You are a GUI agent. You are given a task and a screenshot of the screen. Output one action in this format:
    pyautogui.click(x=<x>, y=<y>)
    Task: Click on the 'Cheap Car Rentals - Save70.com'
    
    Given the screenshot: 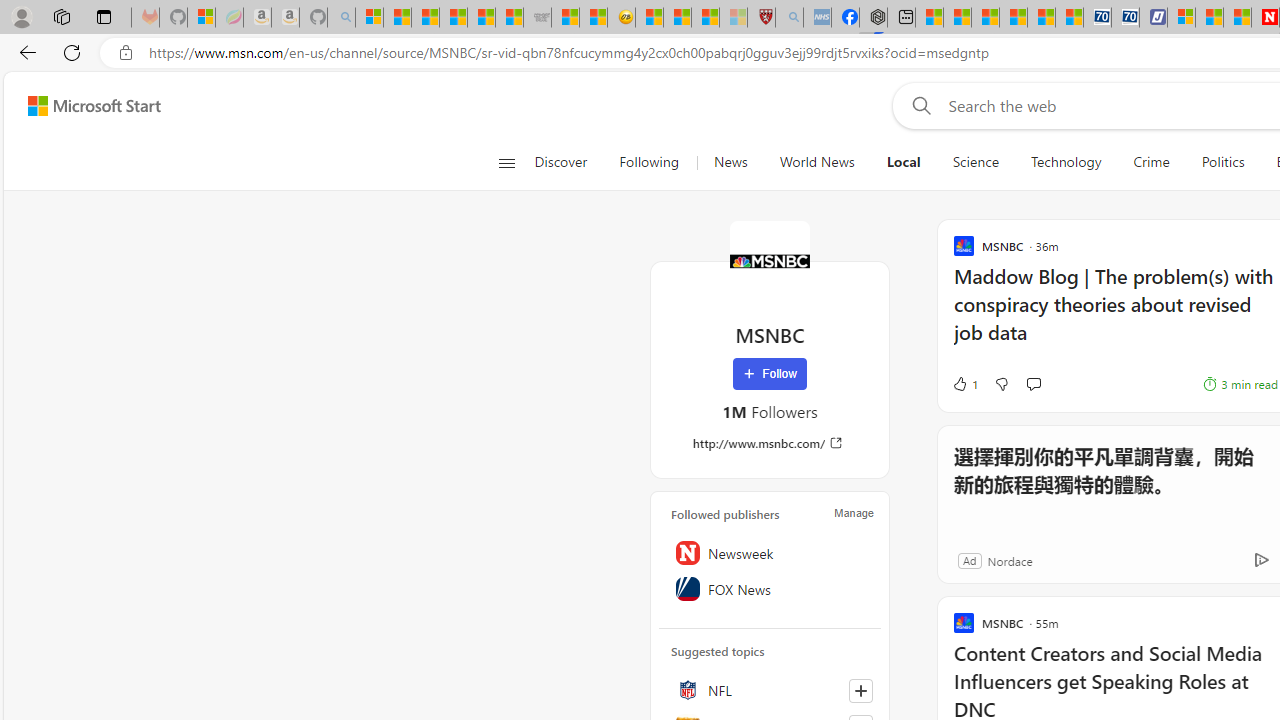 What is the action you would take?
    pyautogui.click(x=1096, y=17)
    